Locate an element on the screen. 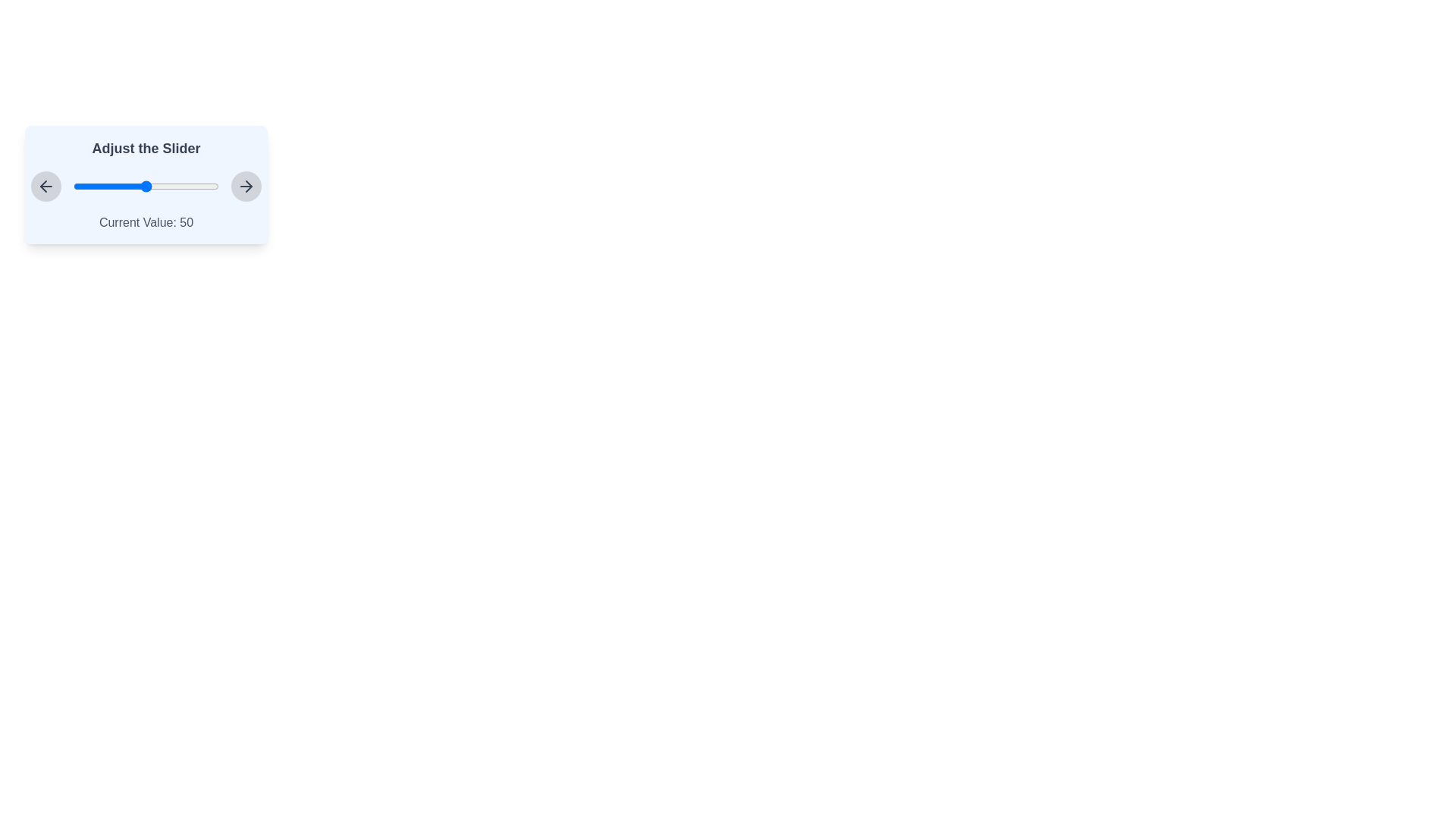 The width and height of the screenshot is (1456, 819). the leftward navigational arrow icon inside the circular button is located at coordinates (46, 186).